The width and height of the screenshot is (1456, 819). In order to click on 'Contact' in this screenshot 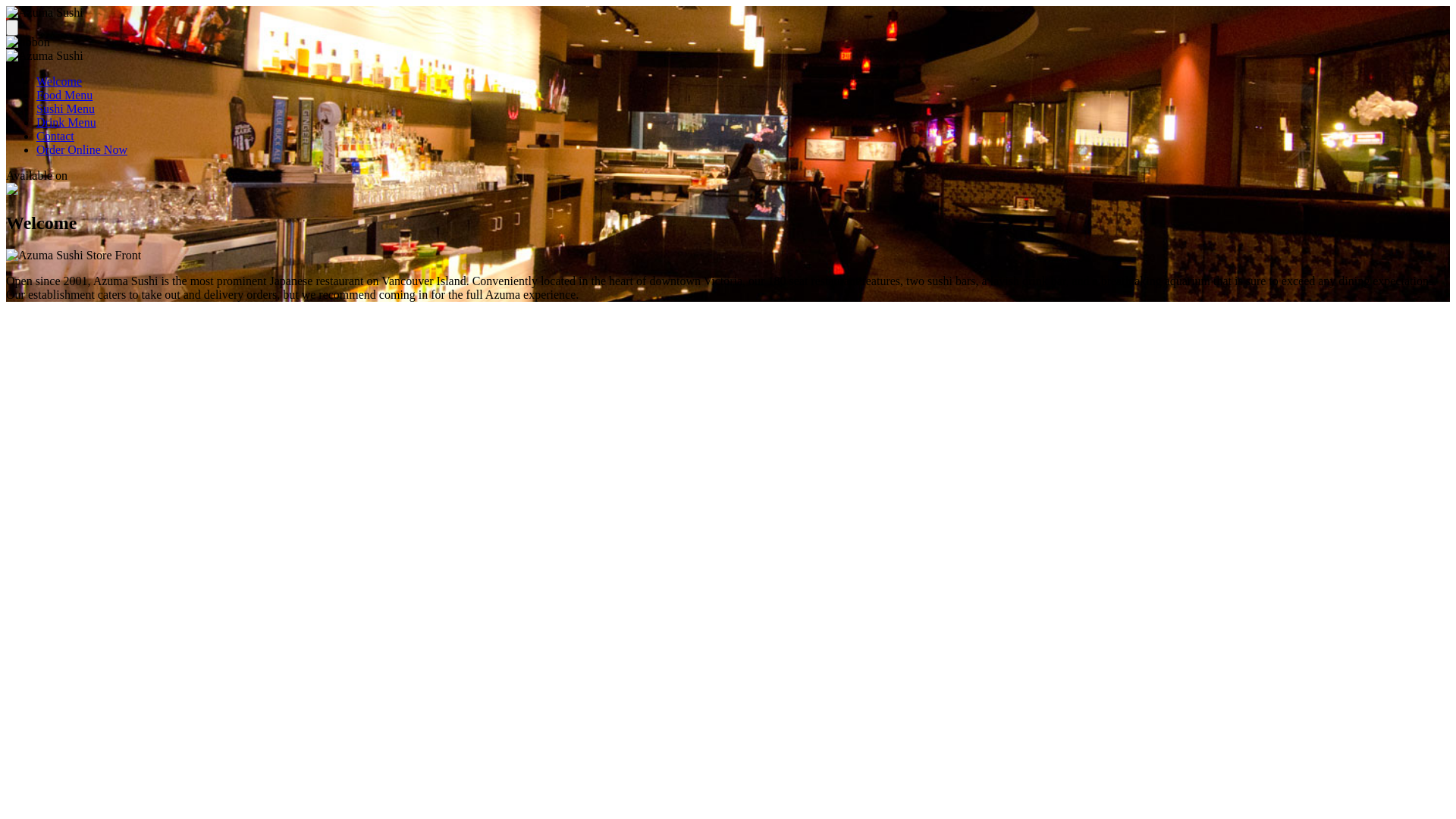, I will do `click(55, 135)`.